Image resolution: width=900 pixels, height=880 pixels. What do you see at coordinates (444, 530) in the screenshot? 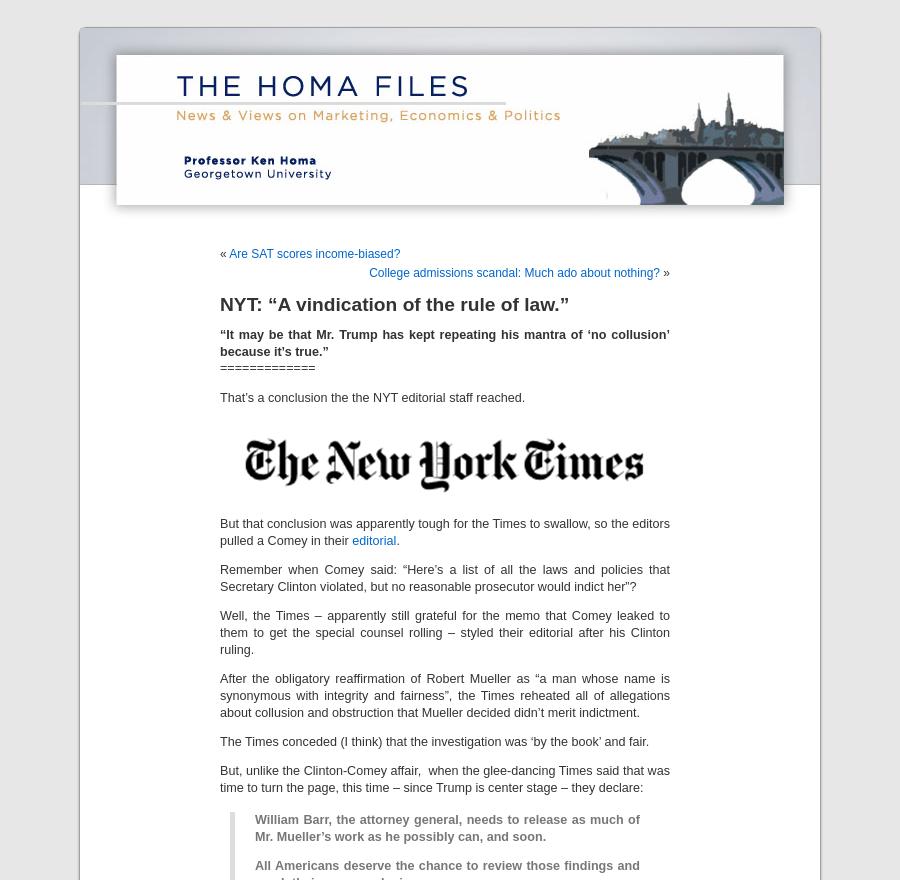
I see `'But that conclusion was apparently tough for the Times to swallow, so the editors pulled a Comey in their'` at bounding box center [444, 530].